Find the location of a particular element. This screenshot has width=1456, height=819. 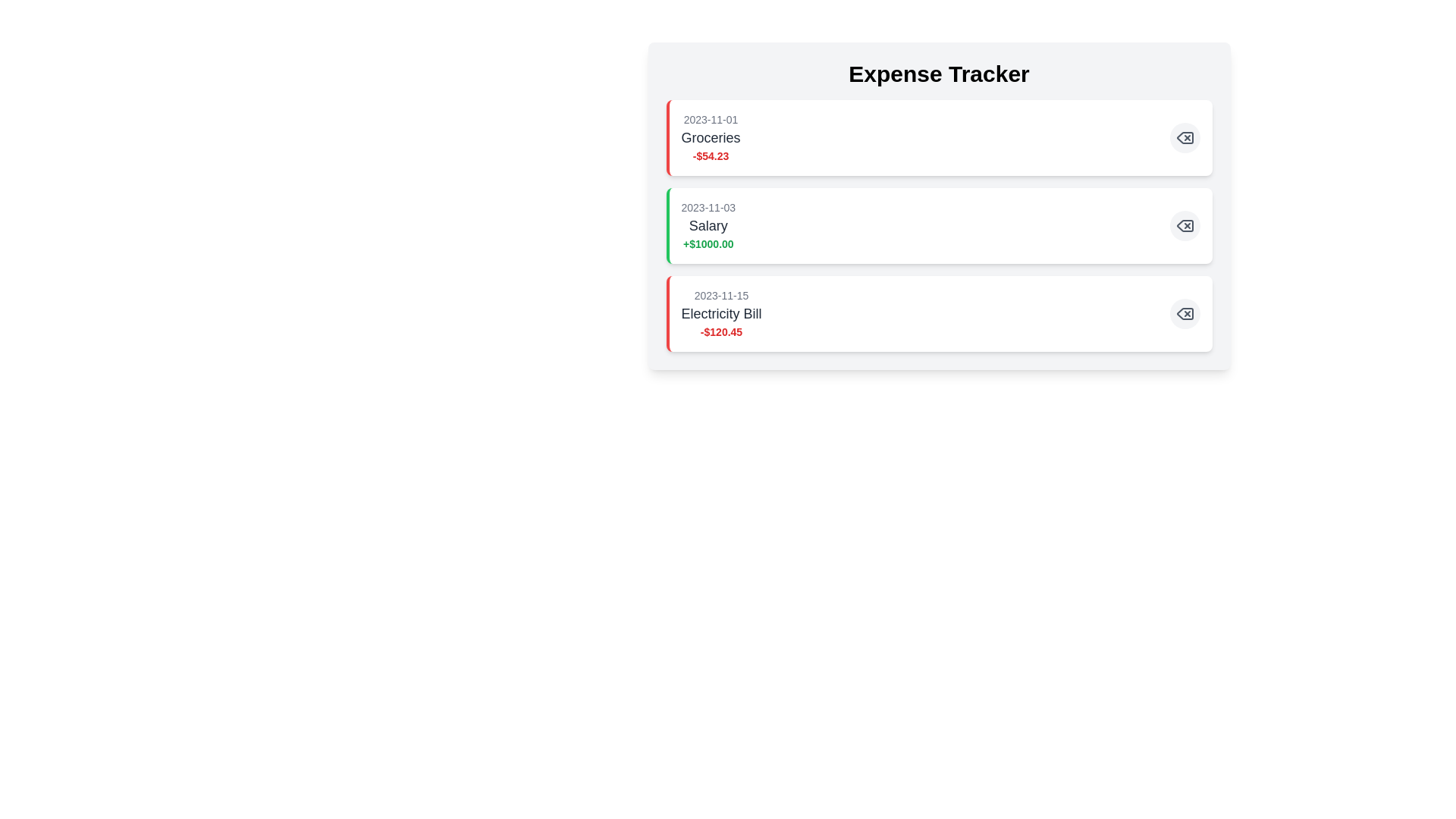

the expense item labeled 'Electricity Bill' to highlight it is located at coordinates (938, 312).